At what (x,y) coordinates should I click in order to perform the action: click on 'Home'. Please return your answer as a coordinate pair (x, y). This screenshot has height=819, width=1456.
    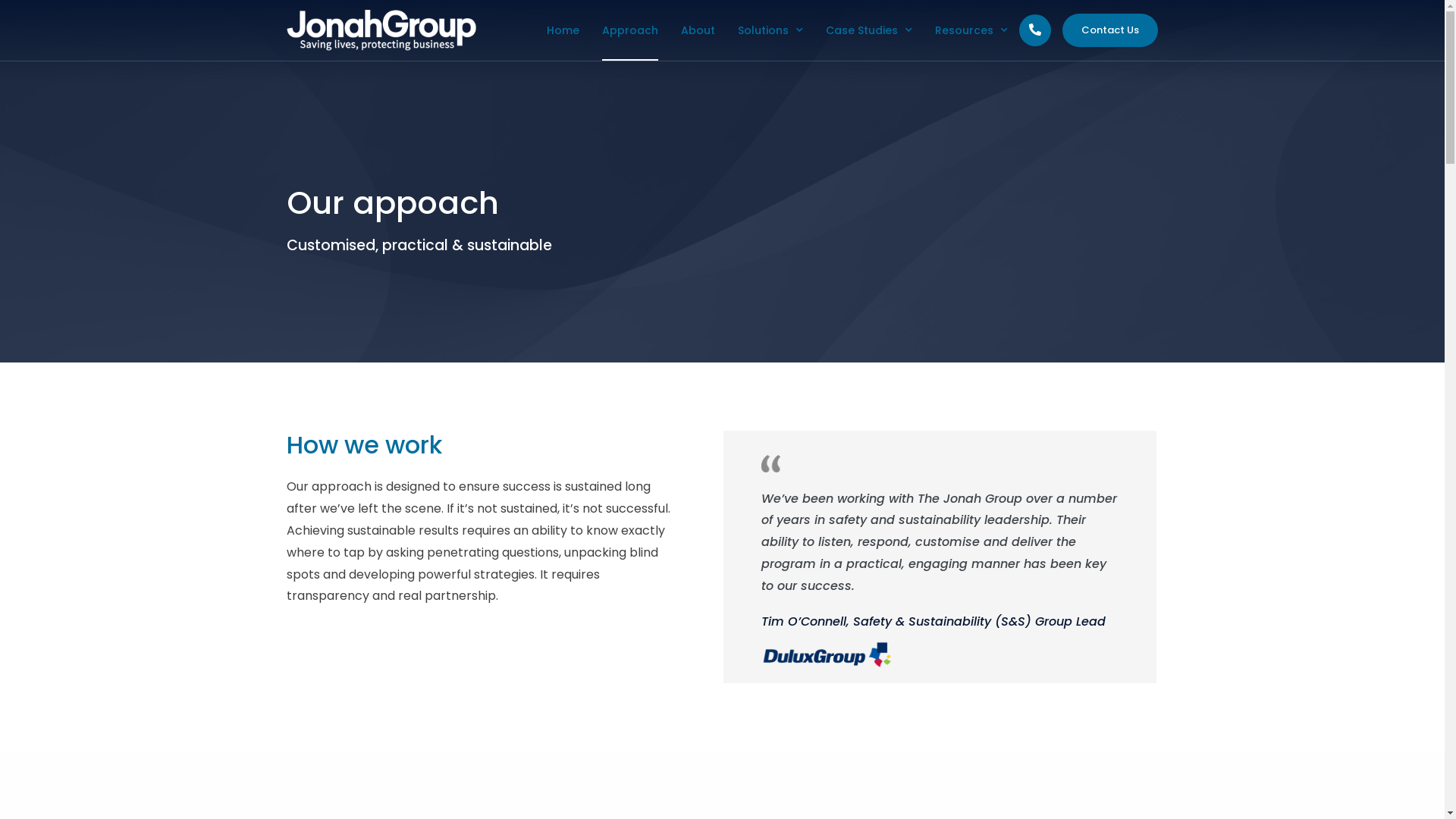
    Looking at the image, I should click on (562, 30).